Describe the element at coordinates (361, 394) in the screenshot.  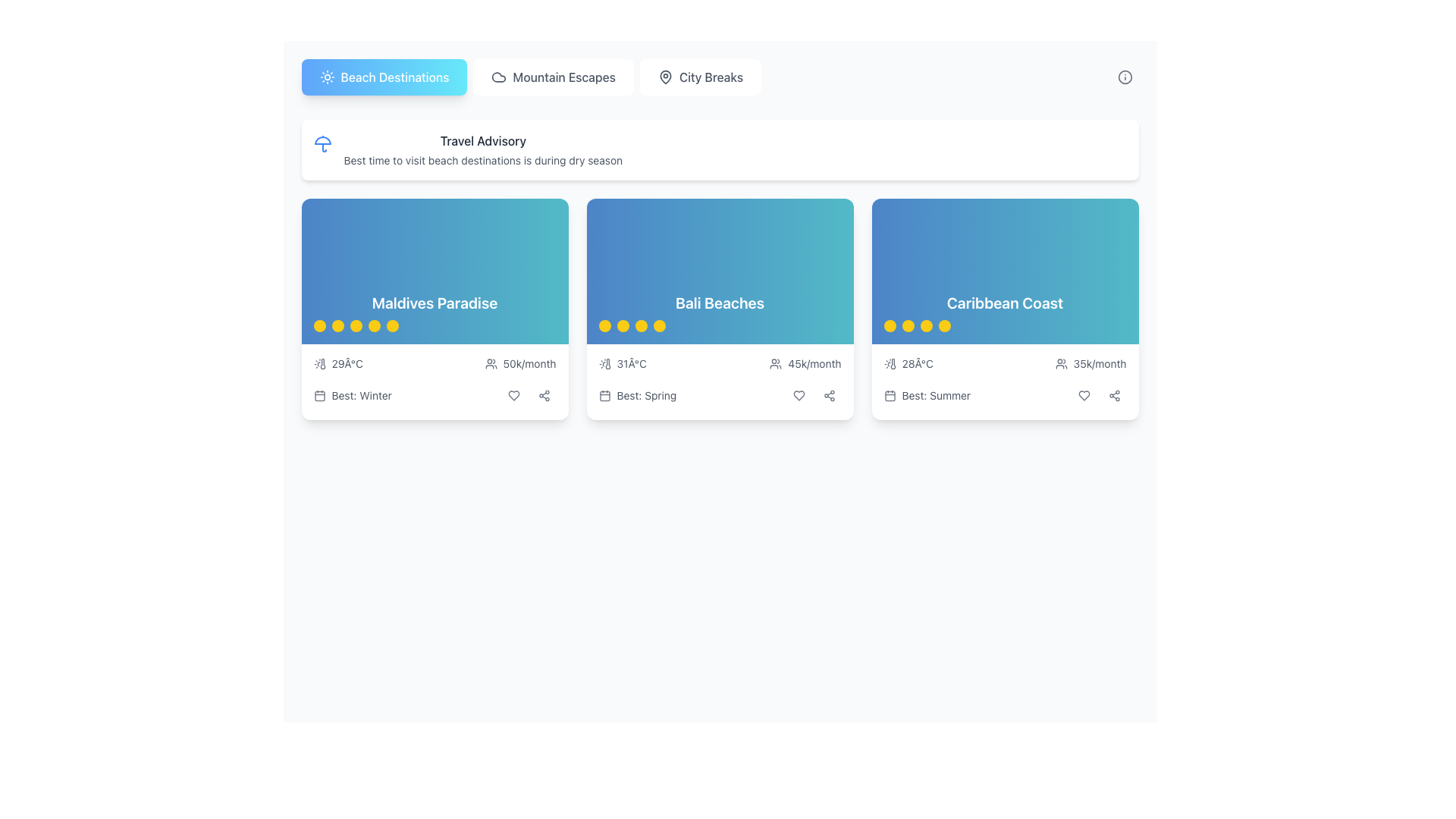
I see `the text label displaying 'Best: Winter' within the card structure about a vacation destination` at that location.